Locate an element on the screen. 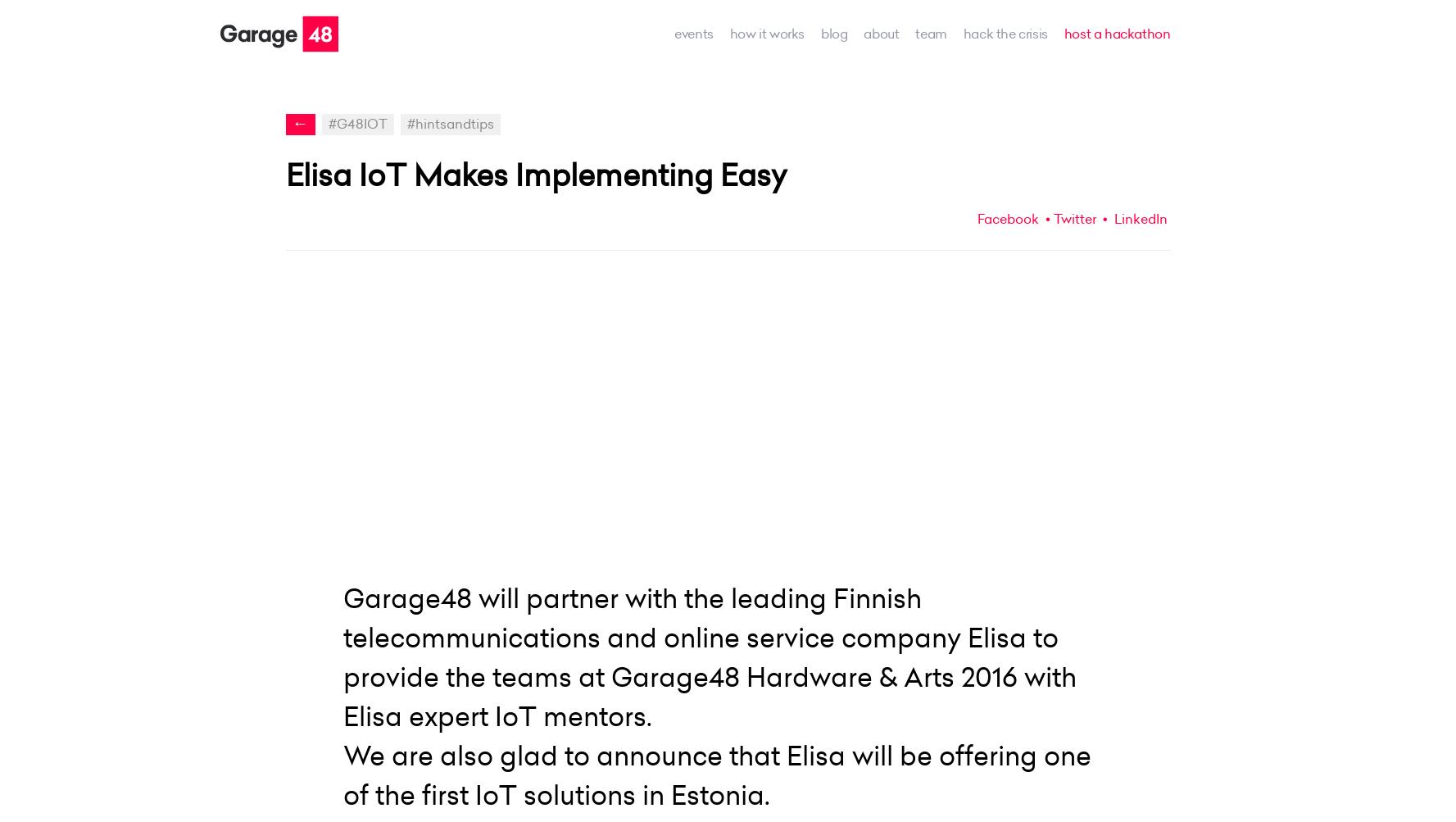 The height and width of the screenshot is (822, 1456). 'We are also glad to announce that Elisa will be offering one of the first IoT solutions in Estonia.' is located at coordinates (715, 774).